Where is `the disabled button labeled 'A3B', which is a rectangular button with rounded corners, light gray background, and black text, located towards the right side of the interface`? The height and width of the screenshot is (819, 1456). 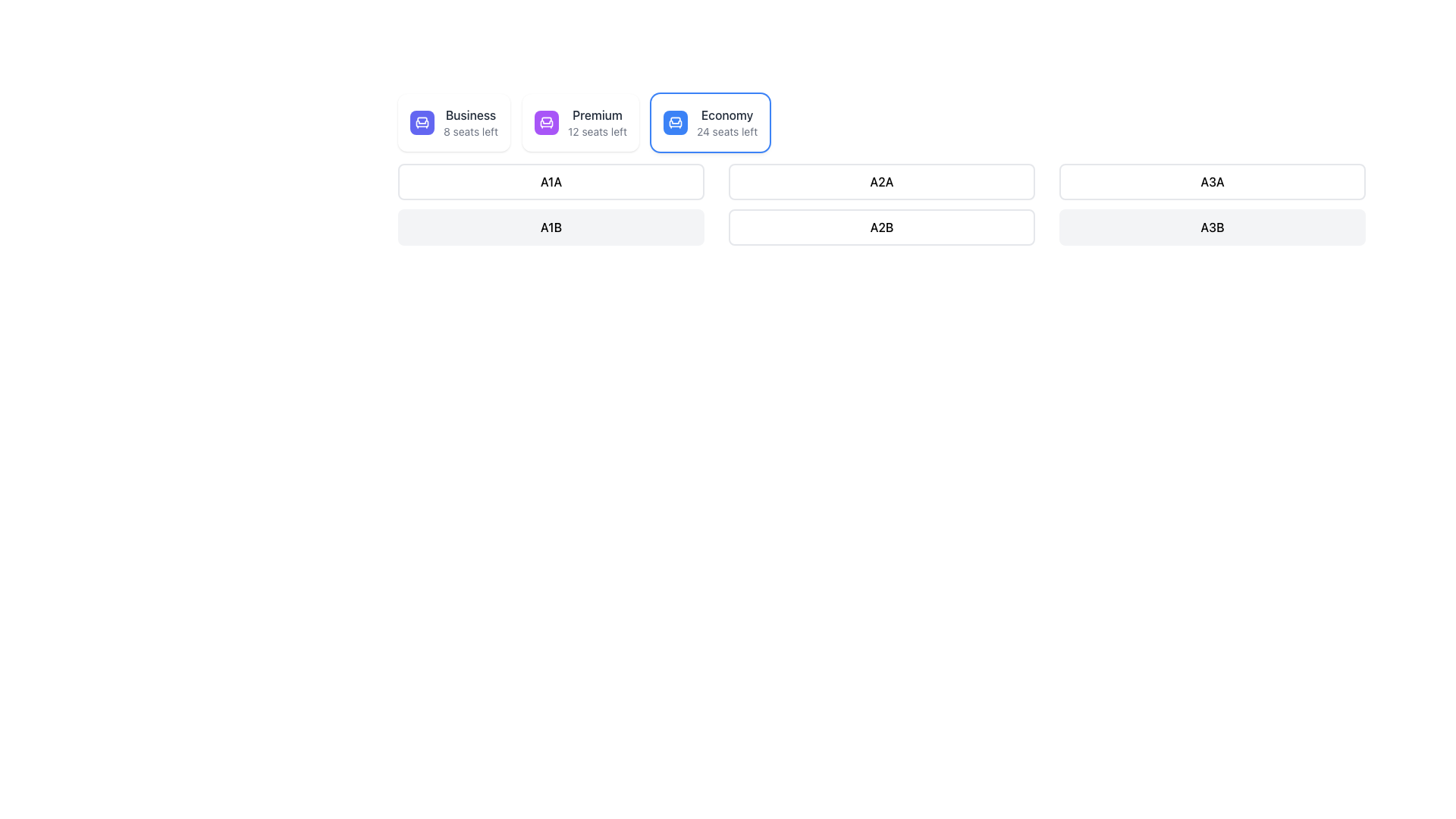
the disabled button labeled 'A3B', which is a rectangular button with rounded corners, light gray background, and black text, located towards the right side of the interface is located at coordinates (1211, 227).